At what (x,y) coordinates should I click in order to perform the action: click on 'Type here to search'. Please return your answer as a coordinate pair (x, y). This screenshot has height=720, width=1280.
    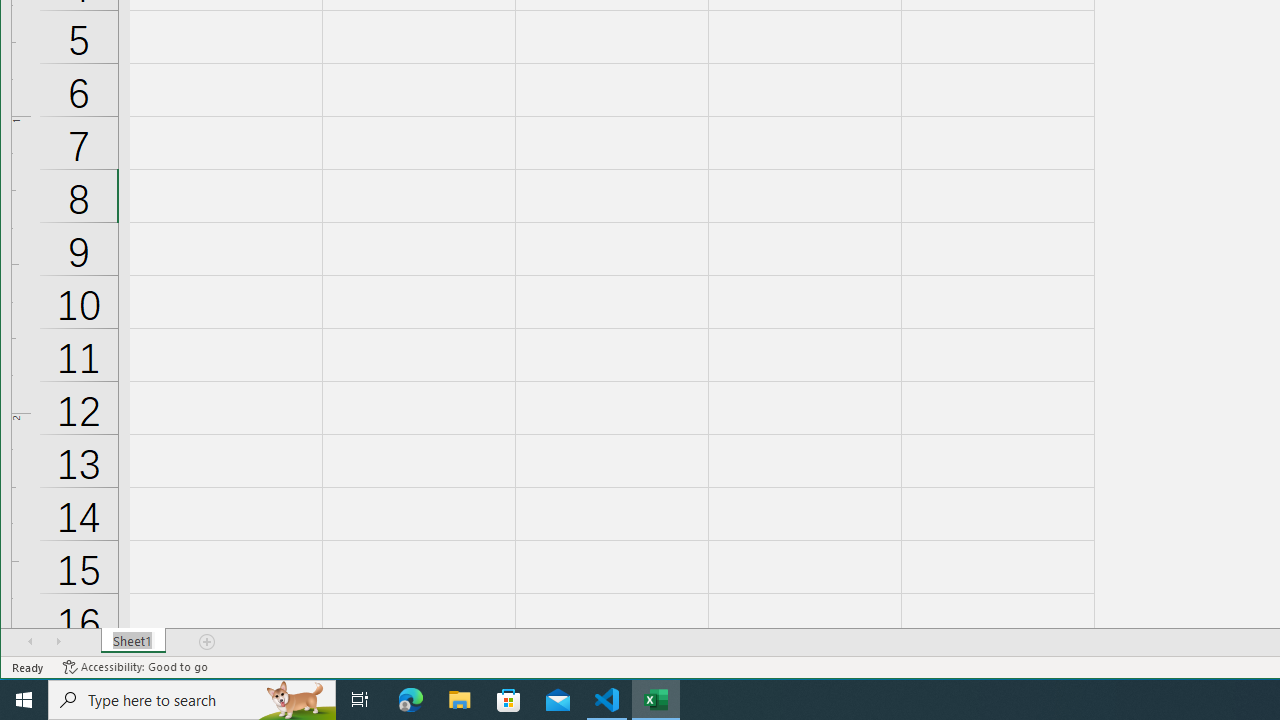
    Looking at the image, I should click on (192, 698).